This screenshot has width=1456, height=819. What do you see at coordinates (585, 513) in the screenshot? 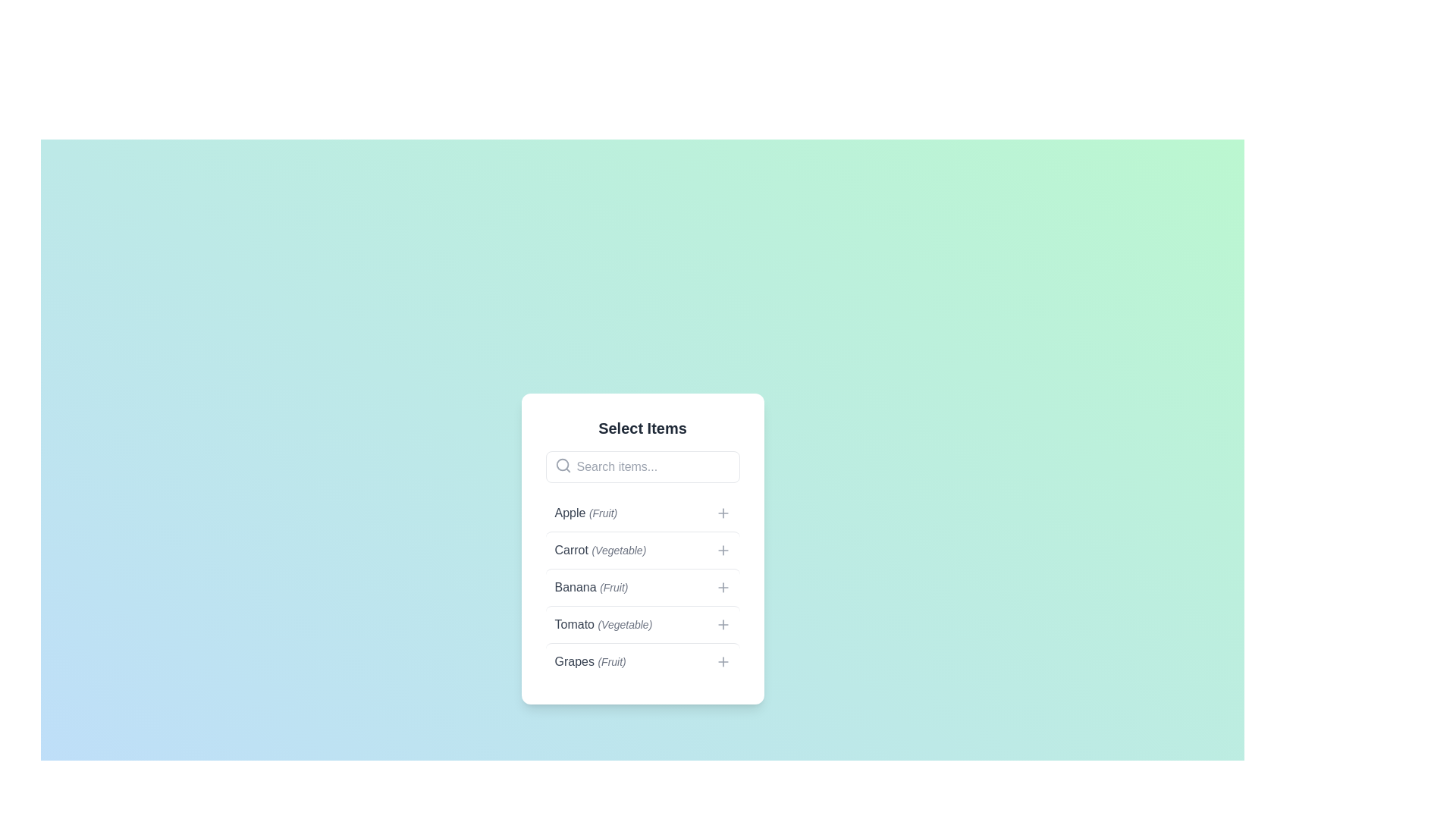
I see `the label identifying 'Apple (Fruit)' in the selection list, which is the first item in a vertical arrangement of menu items` at bounding box center [585, 513].